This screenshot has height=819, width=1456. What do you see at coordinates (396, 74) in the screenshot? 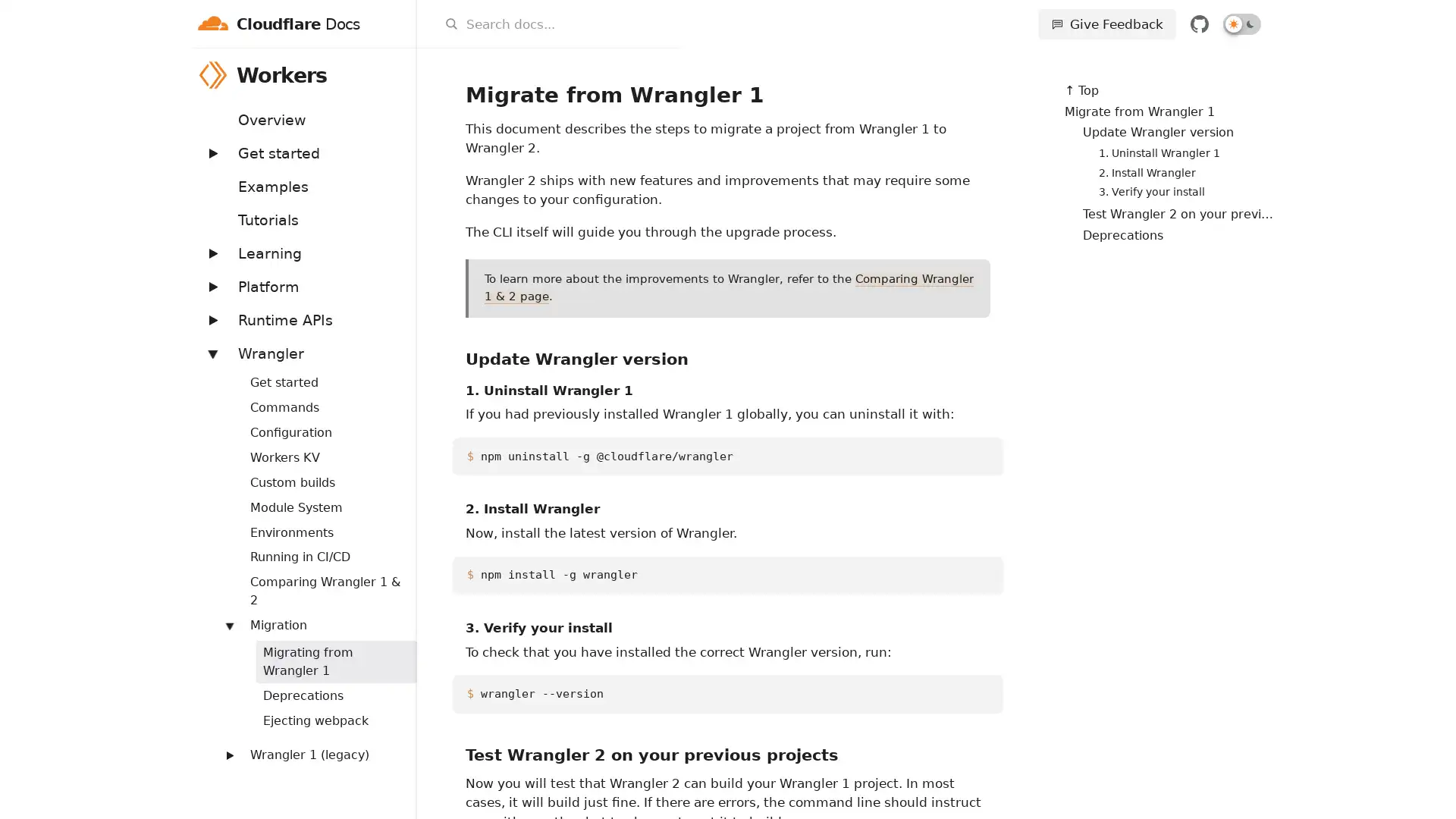
I see `Workers menu` at bounding box center [396, 74].